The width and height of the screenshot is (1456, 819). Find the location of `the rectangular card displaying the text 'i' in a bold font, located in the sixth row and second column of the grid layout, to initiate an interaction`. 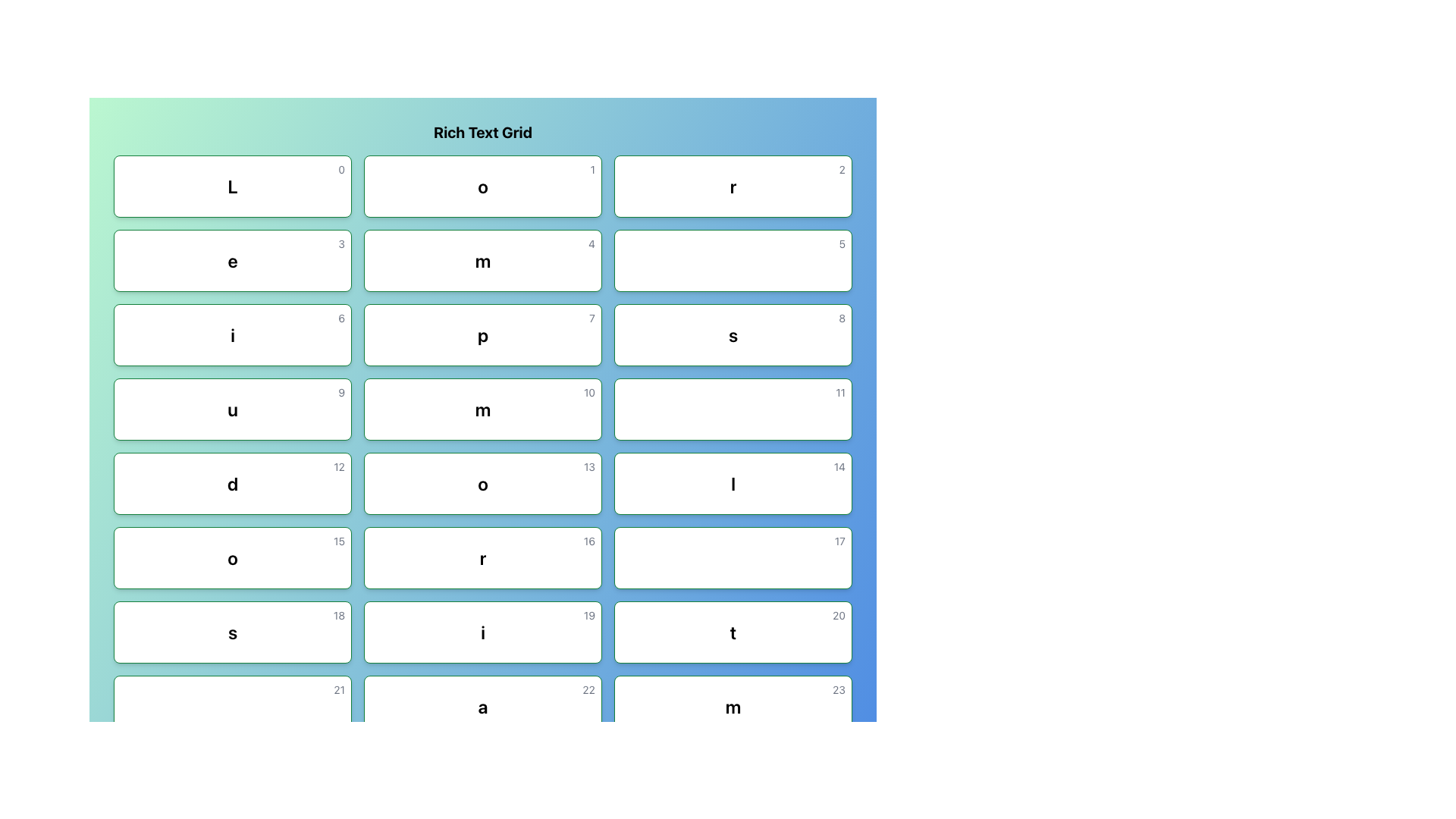

the rectangular card displaying the text 'i' in a bold font, located in the sixth row and second column of the grid layout, to initiate an interaction is located at coordinates (482, 632).